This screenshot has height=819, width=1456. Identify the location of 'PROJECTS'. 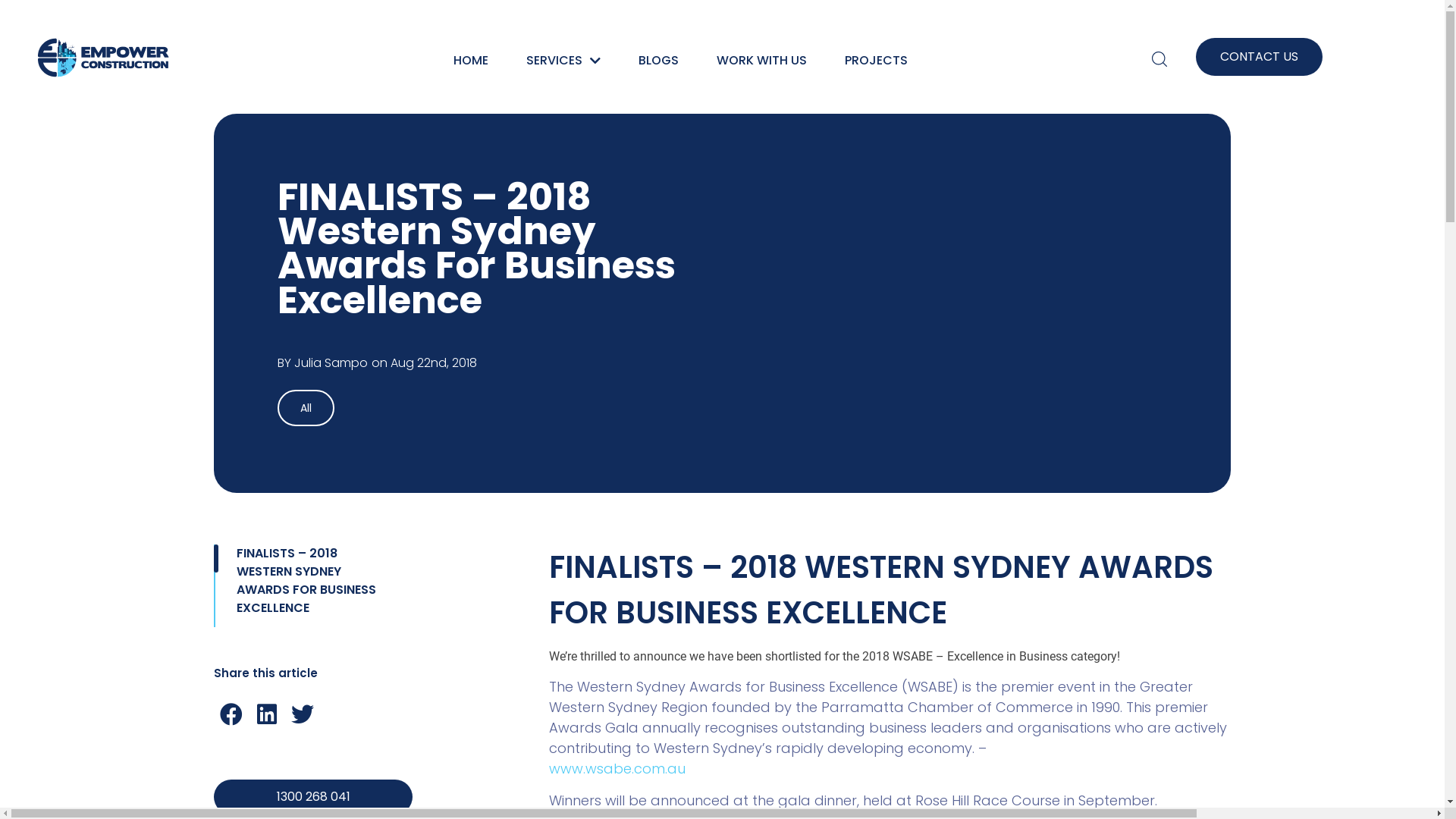
(876, 58).